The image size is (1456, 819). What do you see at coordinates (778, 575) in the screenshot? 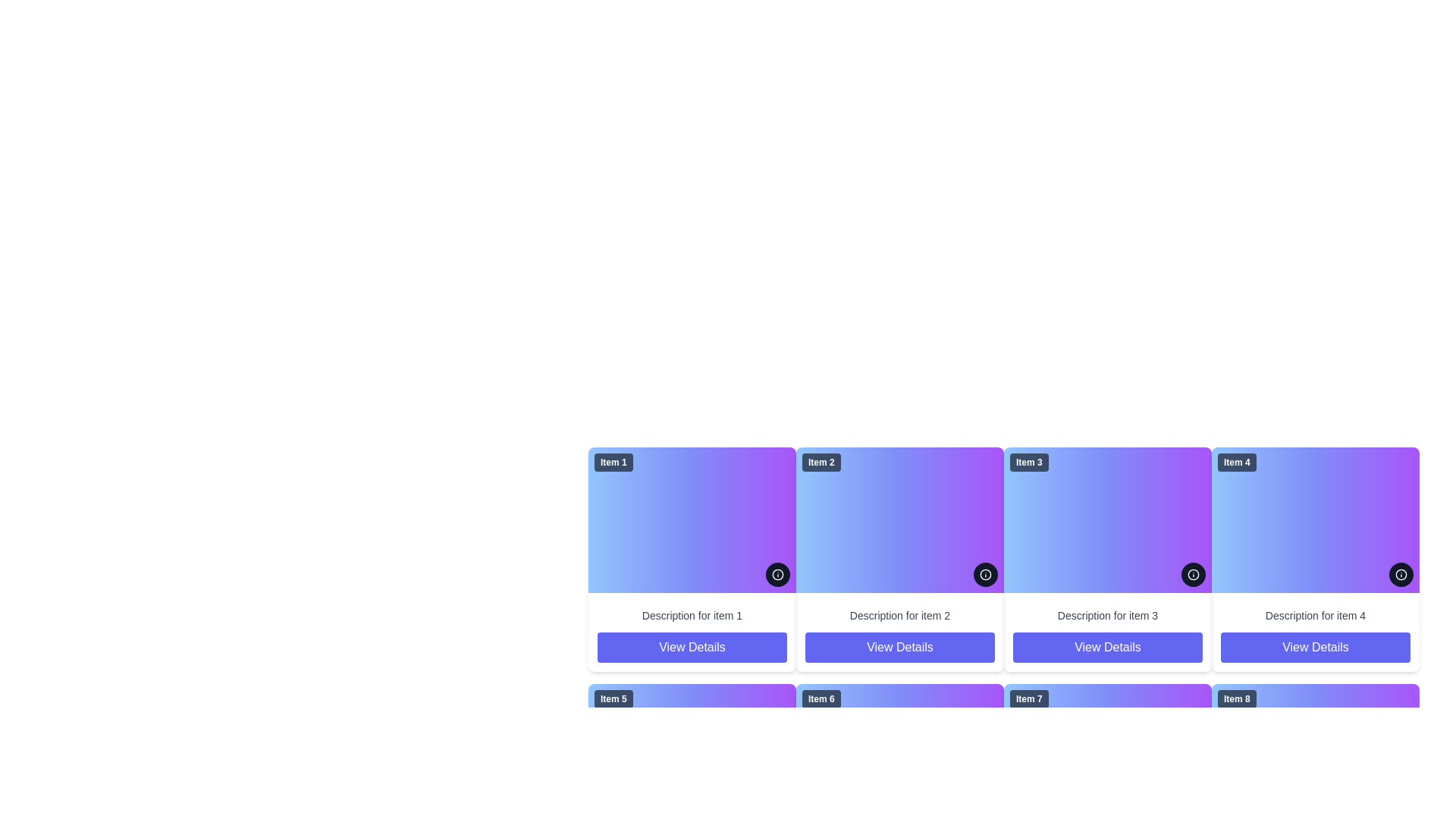
I see `the informational SVG icon located at the bottom right corner of the card representing 'Item 2', which is part of a circular button with a gray background and white text` at bounding box center [778, 575].